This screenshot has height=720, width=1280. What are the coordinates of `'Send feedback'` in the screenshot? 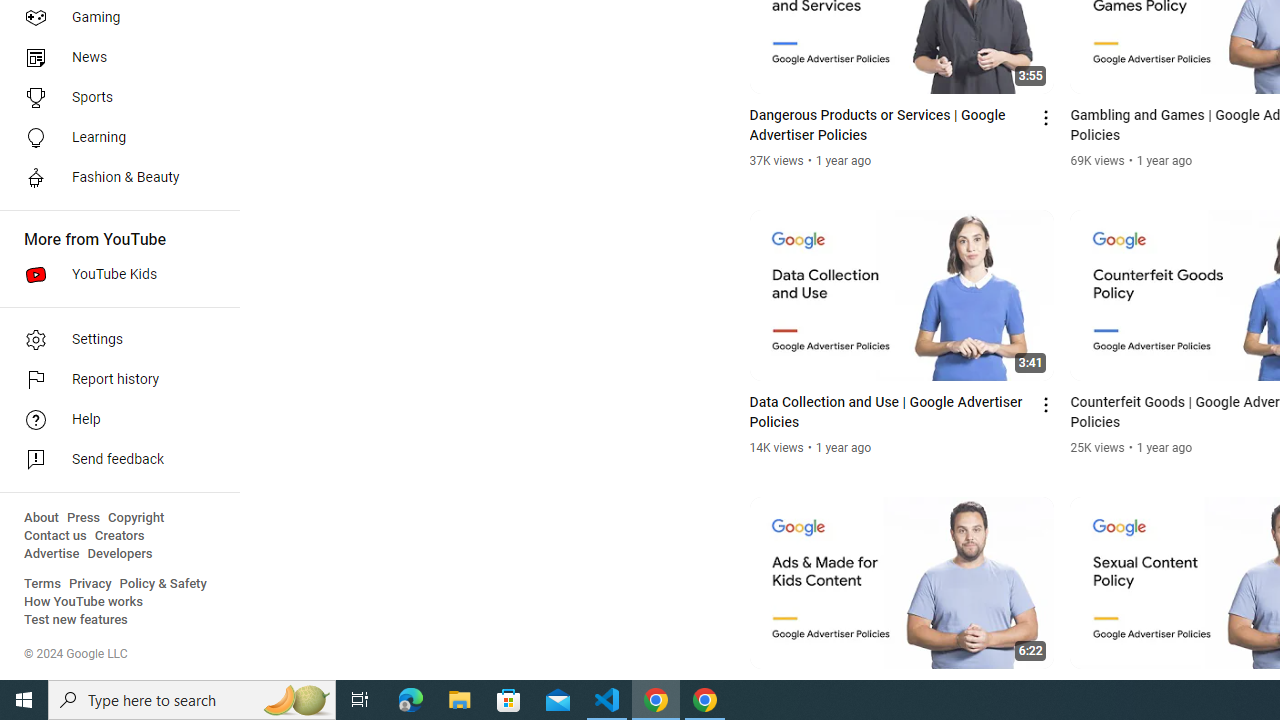 It's located at (112, 460).